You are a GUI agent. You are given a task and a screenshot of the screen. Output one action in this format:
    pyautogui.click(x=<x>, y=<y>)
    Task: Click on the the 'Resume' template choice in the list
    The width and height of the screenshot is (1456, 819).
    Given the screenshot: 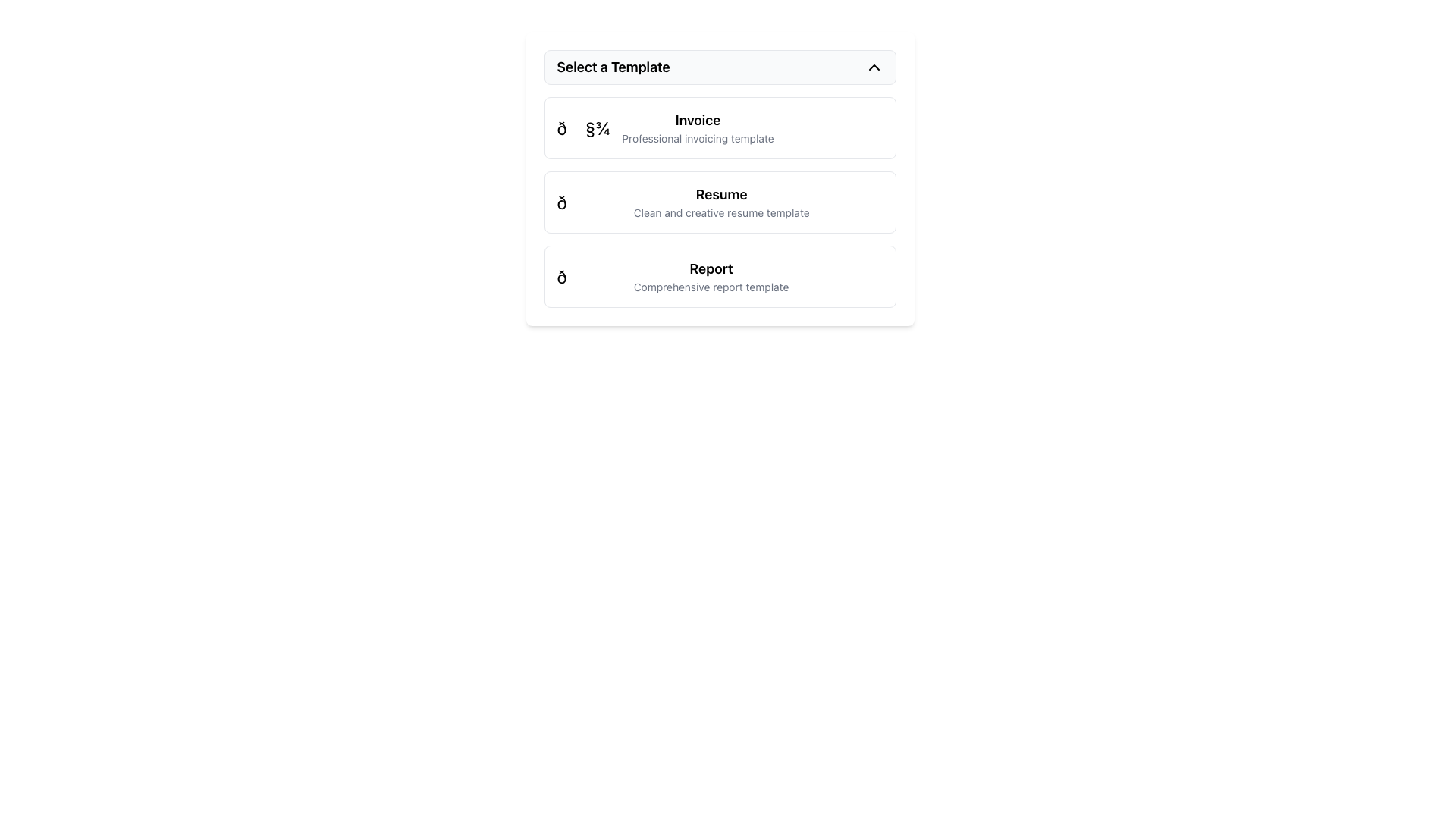 What is the action you would take?
    pyautogui.click(x=682, y=201)
    